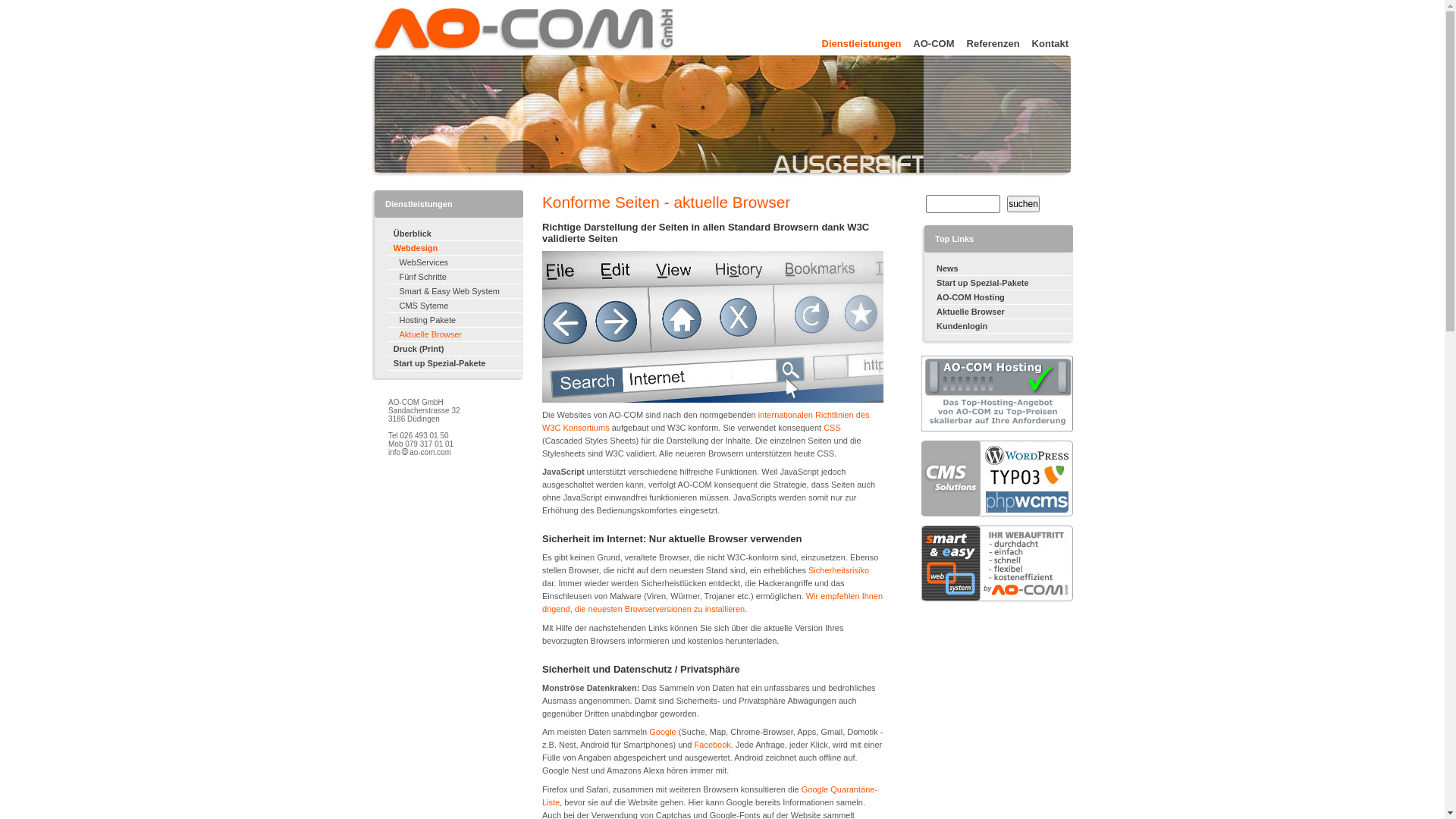  Describe the element at coordinates (1043, 41) in the screenshot. I see `'Kontakt'` at that location.